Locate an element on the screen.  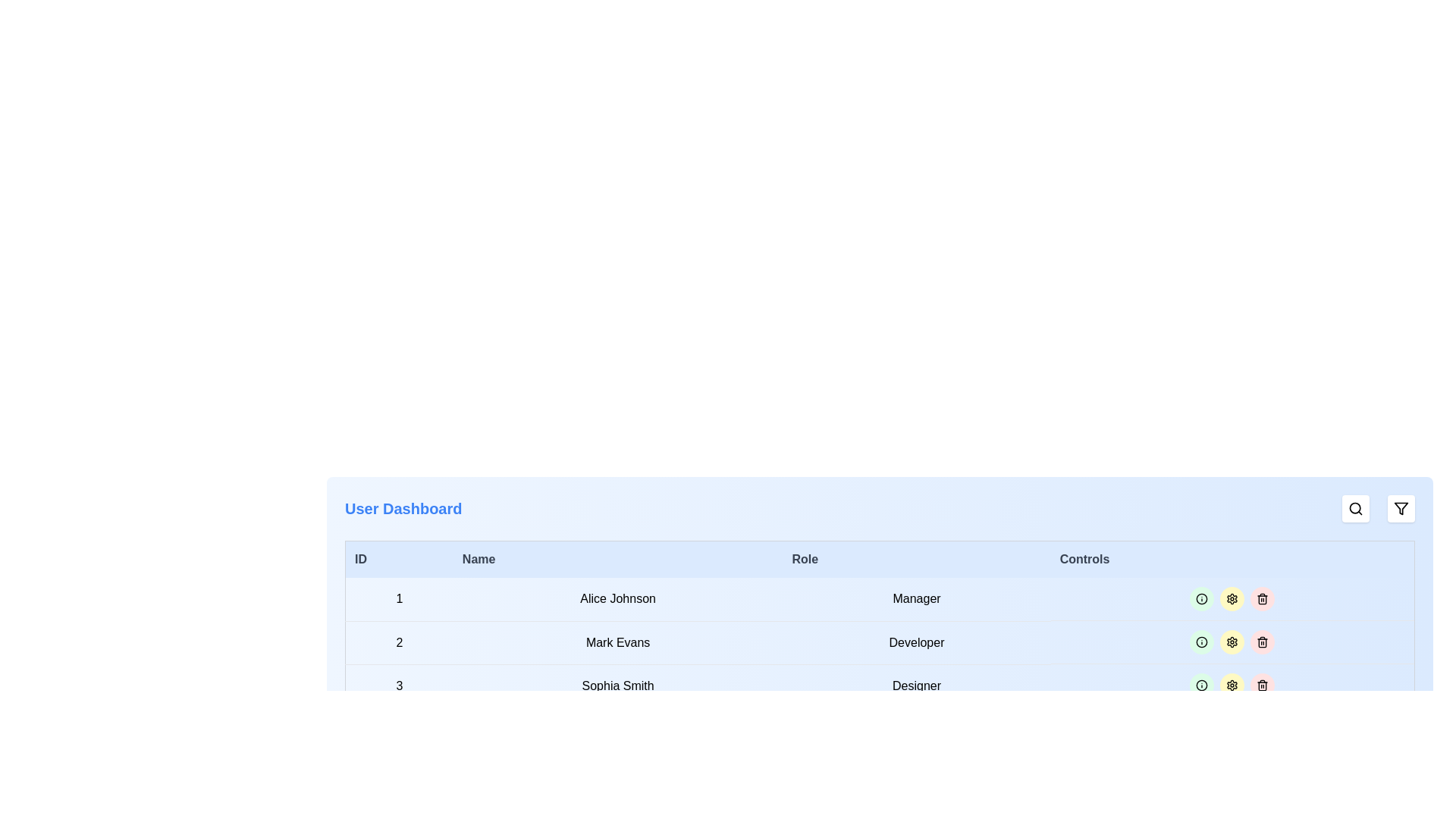
the 'Manager' text cell in the third column of the first row of the table, which displays the job title associated with the entry is located at coordinates (916, 598).